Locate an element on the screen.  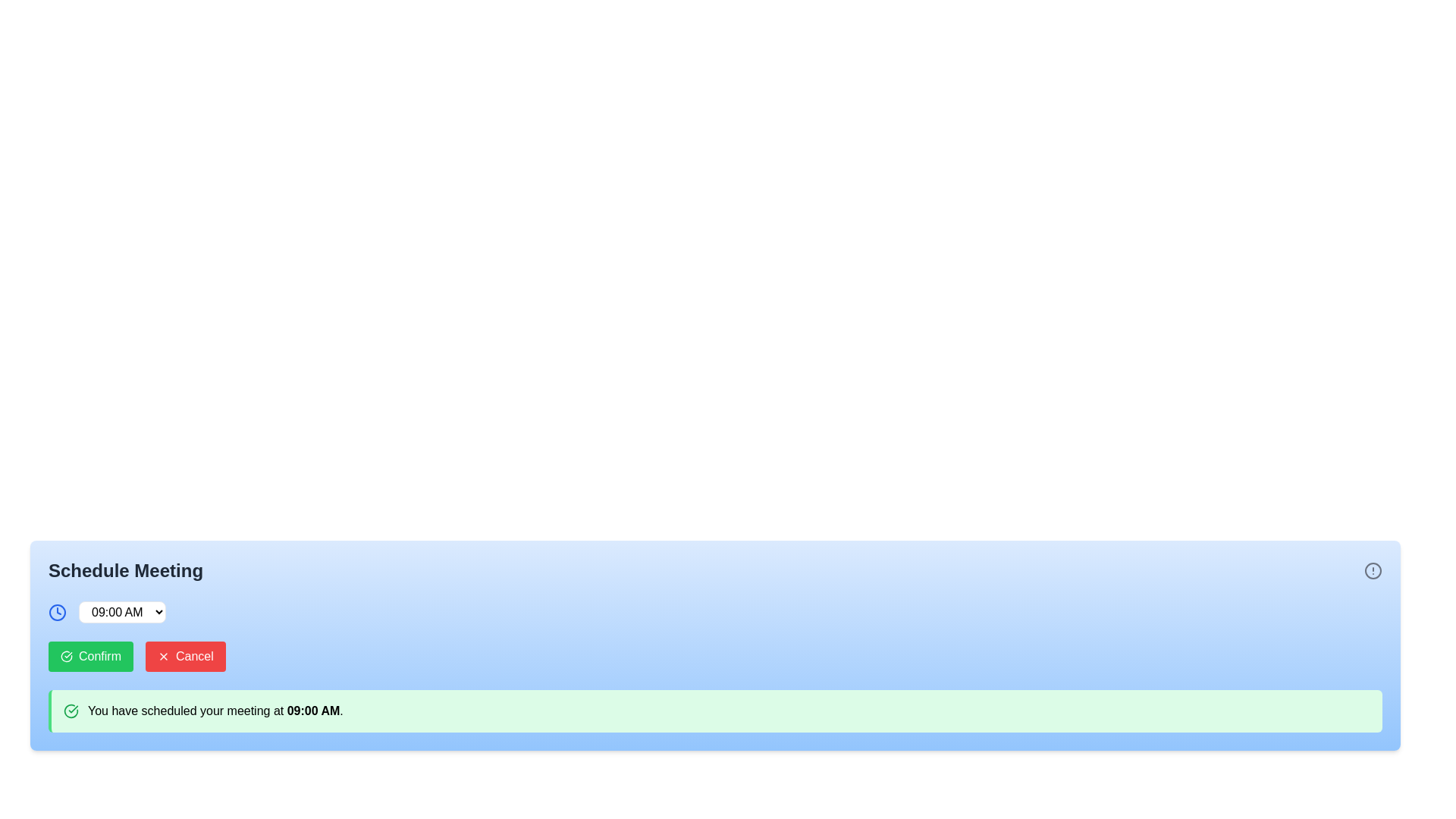
the Text label displaying the scheduled meeting time at '09:00 AM', which is located within a notification section with a green background is located at coordinates (312, 711).